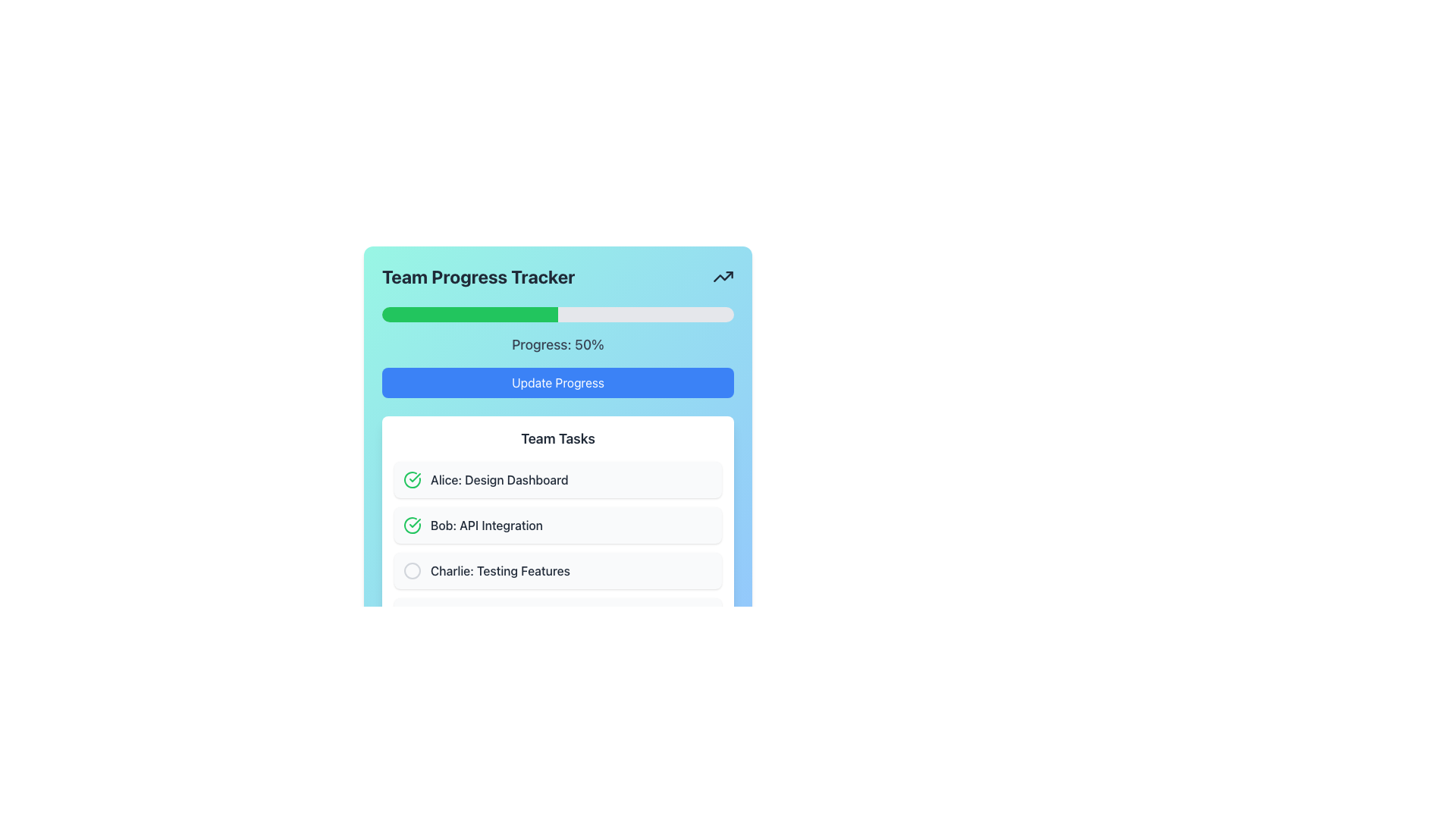 This screenshot has width=1456, height=819. Describe the element at coordinates (500, 570) in the screenshot. I see `the text label displaying 'Charlie: Testing Features' which is the third task in the 'Team Tasks' section, located below 'Bob: API Integration'` at that location.